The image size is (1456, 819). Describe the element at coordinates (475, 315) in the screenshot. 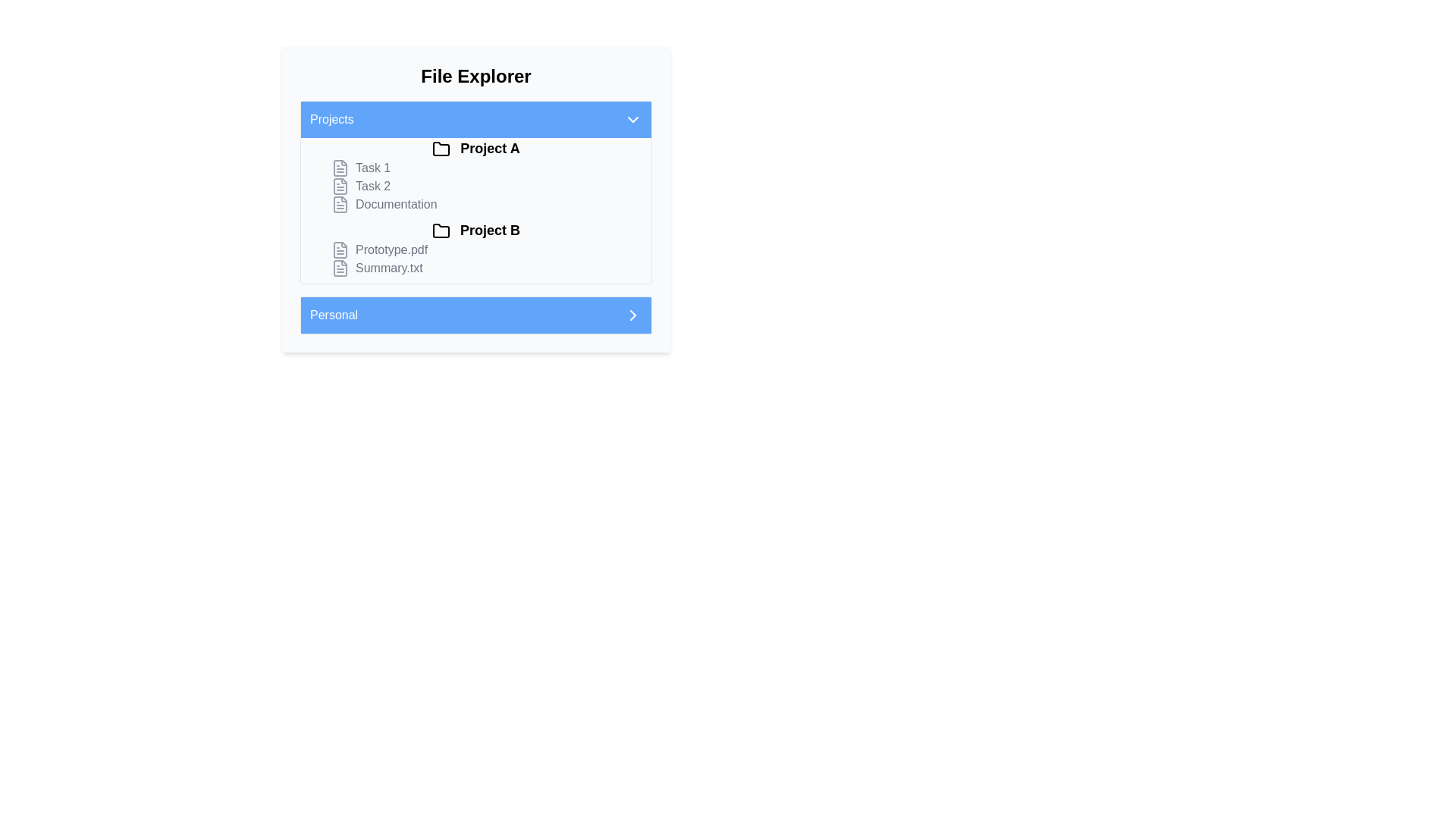

I see `the 'Personal' button with a blue background located at the bottom of the 'Projects' section in the 'File Explorer' interface` at that location.